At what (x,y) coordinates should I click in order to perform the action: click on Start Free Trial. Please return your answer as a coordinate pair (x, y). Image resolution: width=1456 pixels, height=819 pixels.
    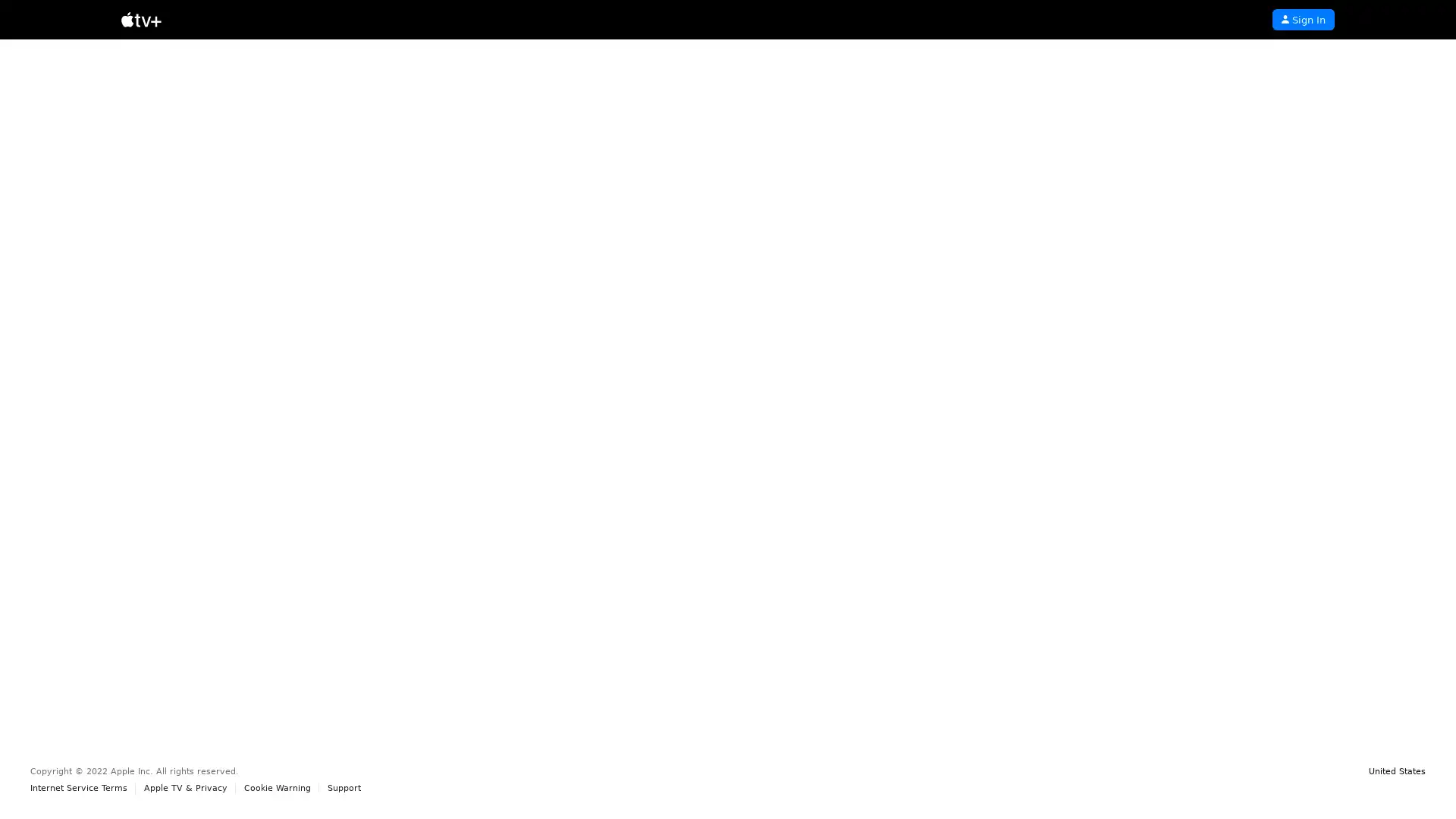
    Looking at the image, I should click on (728, 647).